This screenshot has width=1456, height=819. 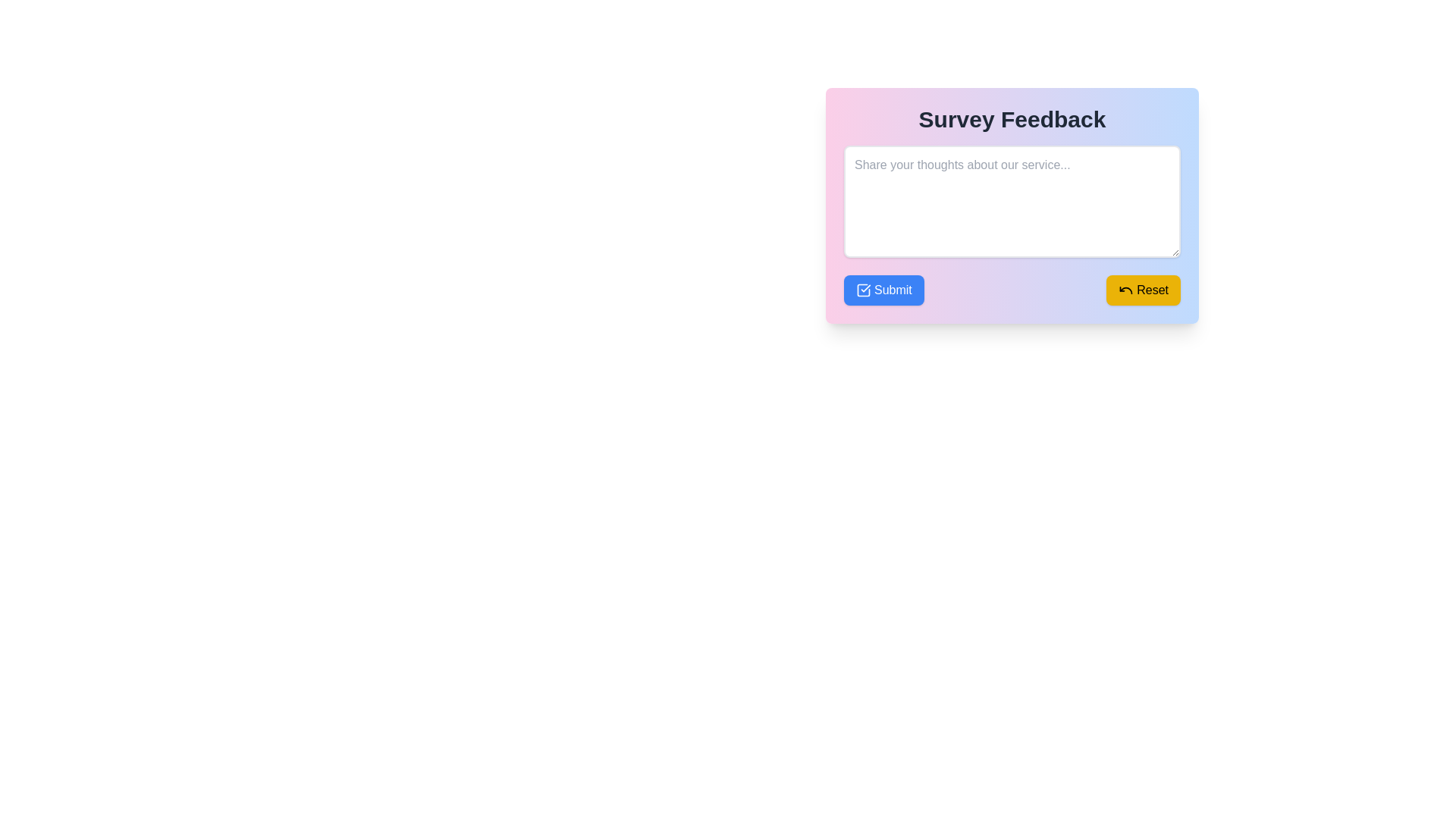 I want to click on to highlight text in the rectangular input text area with rounded corners located below the 'Survey Feedback' heading, so click(x=1012, y=201).